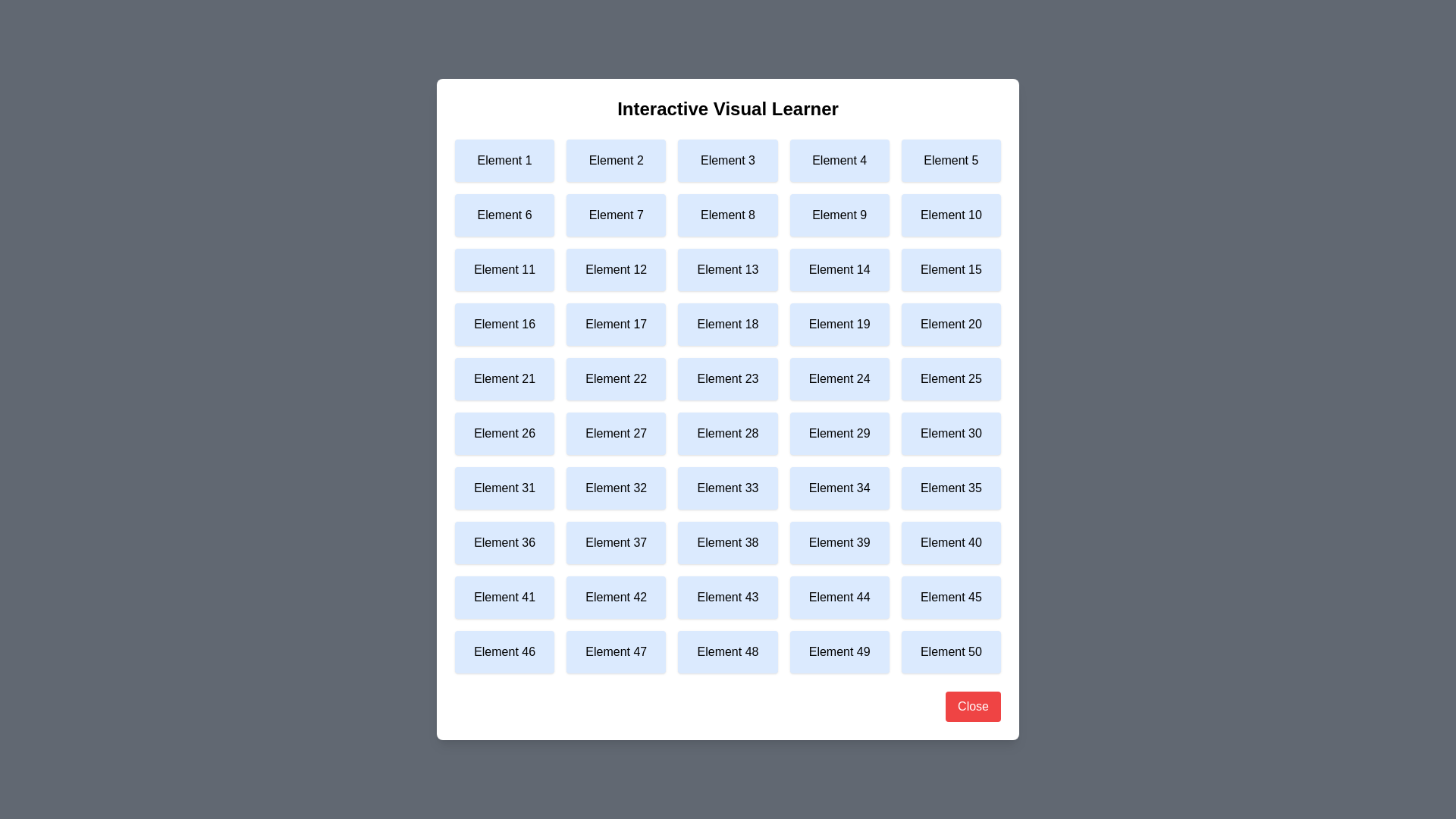  Describe the element at coordinates (728, 108) in the screenshot. I see `the title of the dialog and read it` at that location.